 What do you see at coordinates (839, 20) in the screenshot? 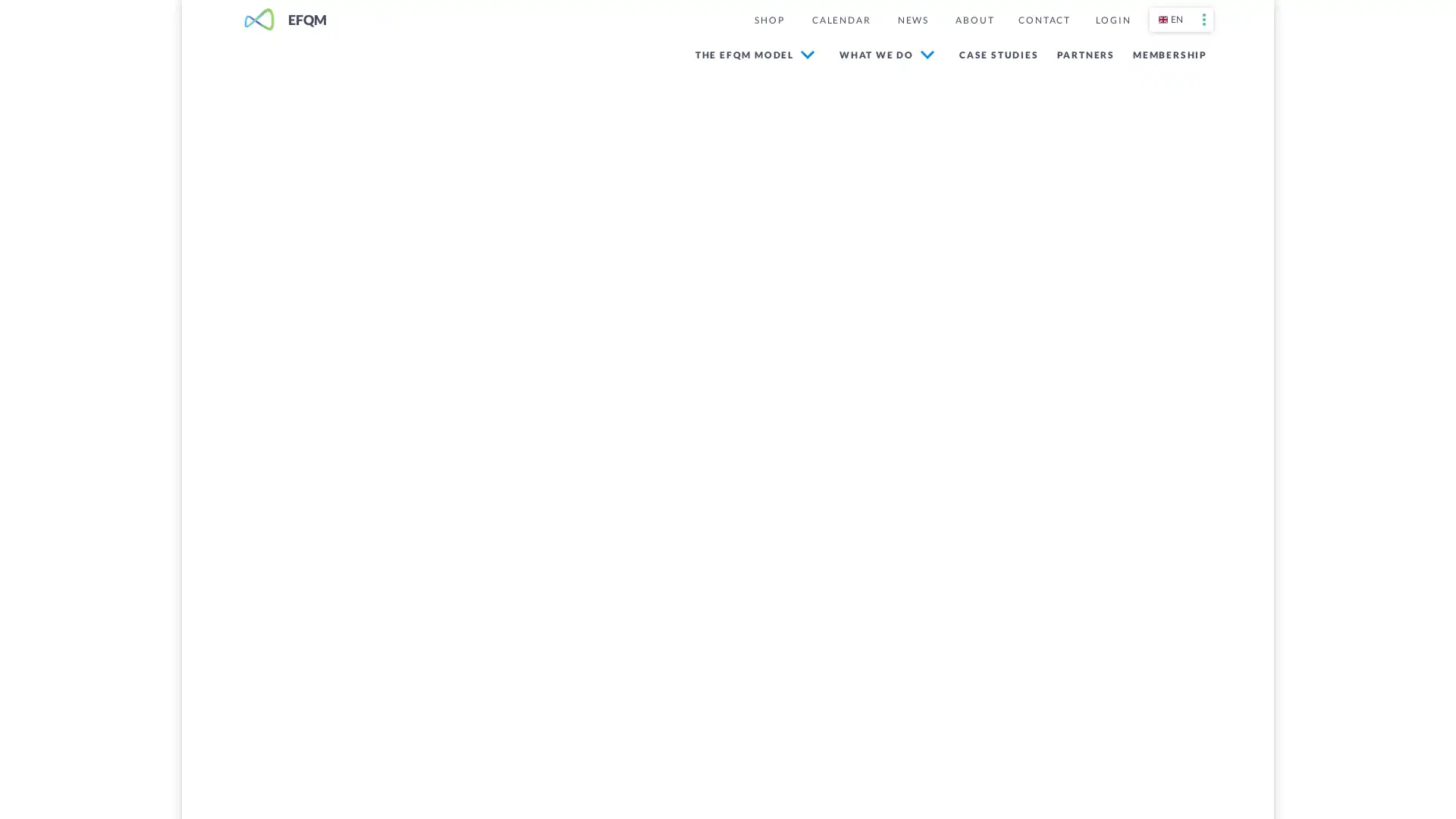
I see `CALENDAR` at bounding box center [839, 20].